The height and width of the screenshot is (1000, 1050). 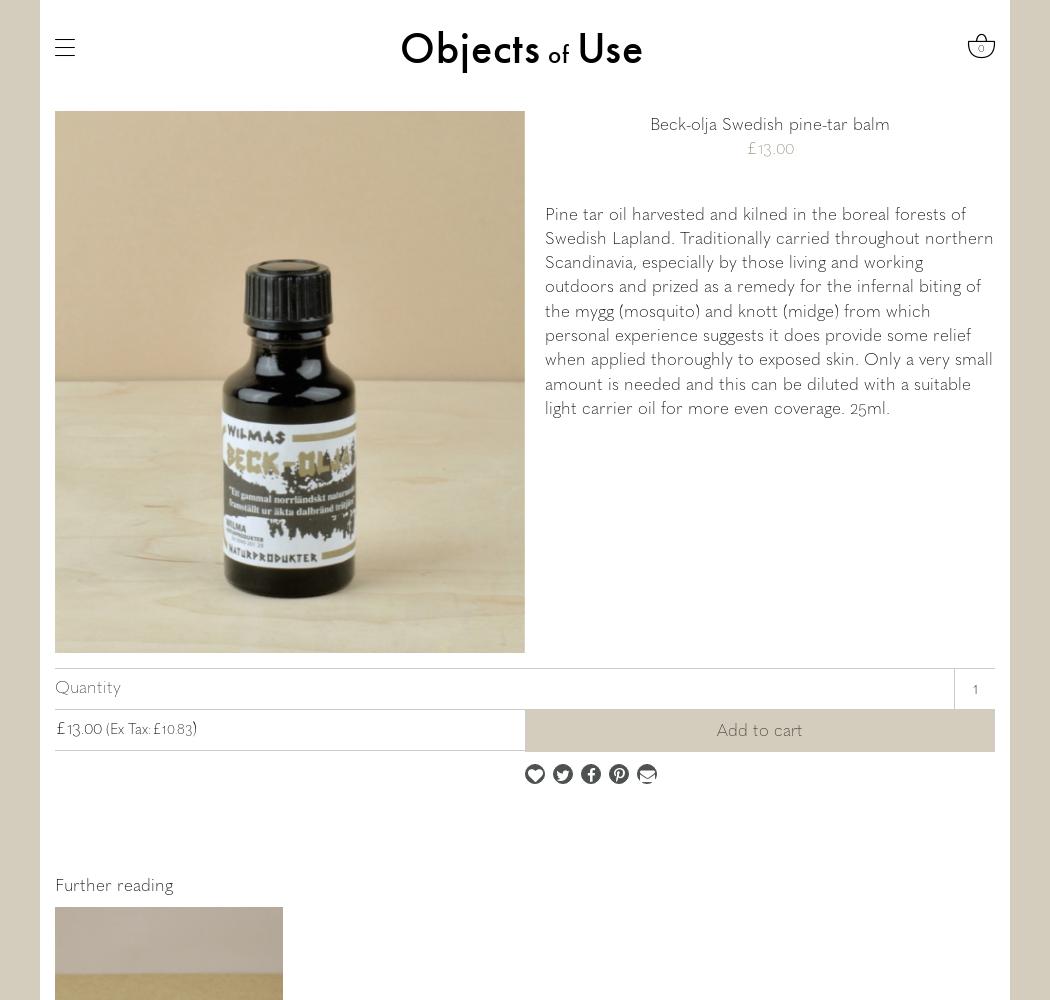 What do you see at coordinates (544, 308) in the screenshot?
I see `'Pine tar oil harvested and kilned in the boreal forests of Swedish Lapland. Traditionally carried throughout northern Scandinavia, especially by those living and working outdoors and prized as a remedy for the infernal biting of the mygg (mosquito) and knott (midge) from which personal experience suggests it does provide some relief when applied thoroughly to exposed skin. Only a very small amount is needed and this can be diluted with a suitable light carrier oil for more even coverage.'` at bounding box center [544, 308].